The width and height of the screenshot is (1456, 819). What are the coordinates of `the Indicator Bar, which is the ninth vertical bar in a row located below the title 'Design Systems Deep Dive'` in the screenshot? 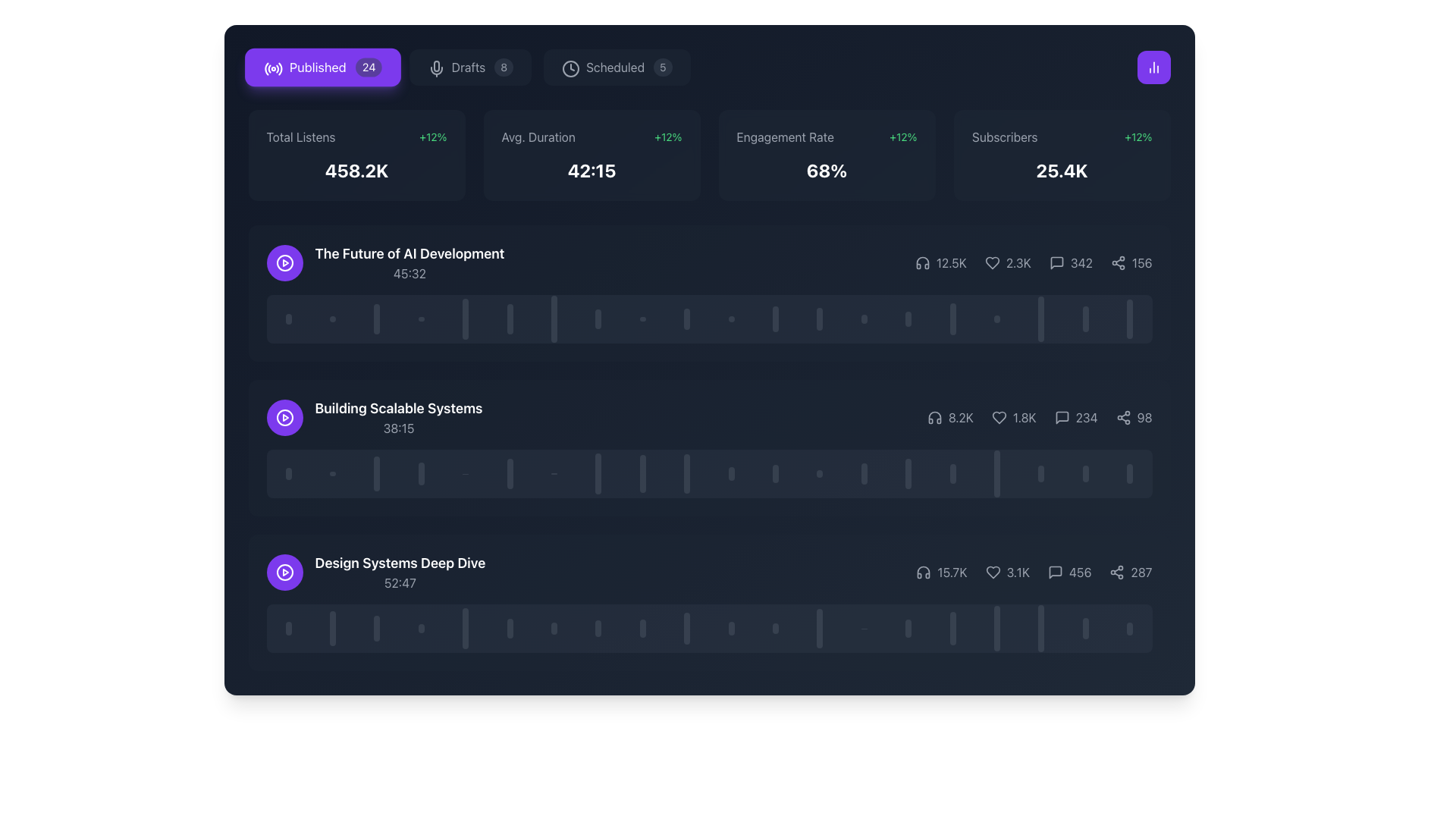 It's located at (642, 629).